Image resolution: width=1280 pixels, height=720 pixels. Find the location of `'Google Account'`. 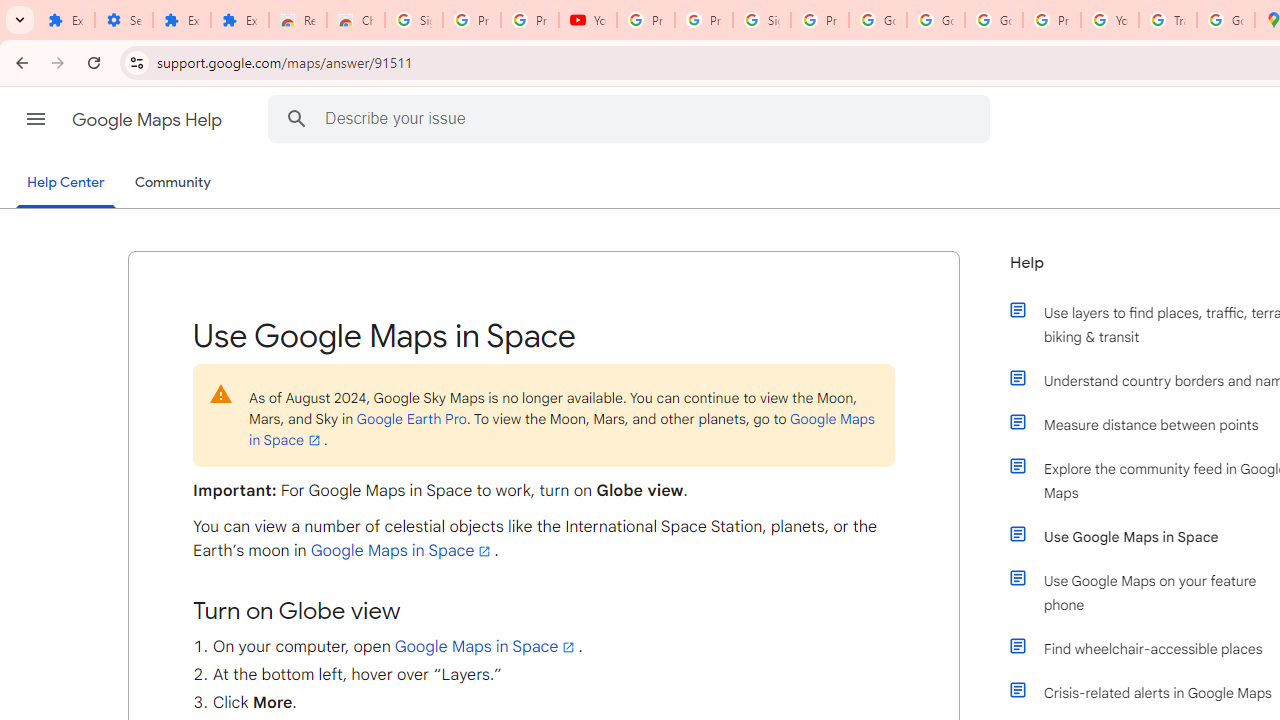

'Google Account' is located at coordinates (935, 20).